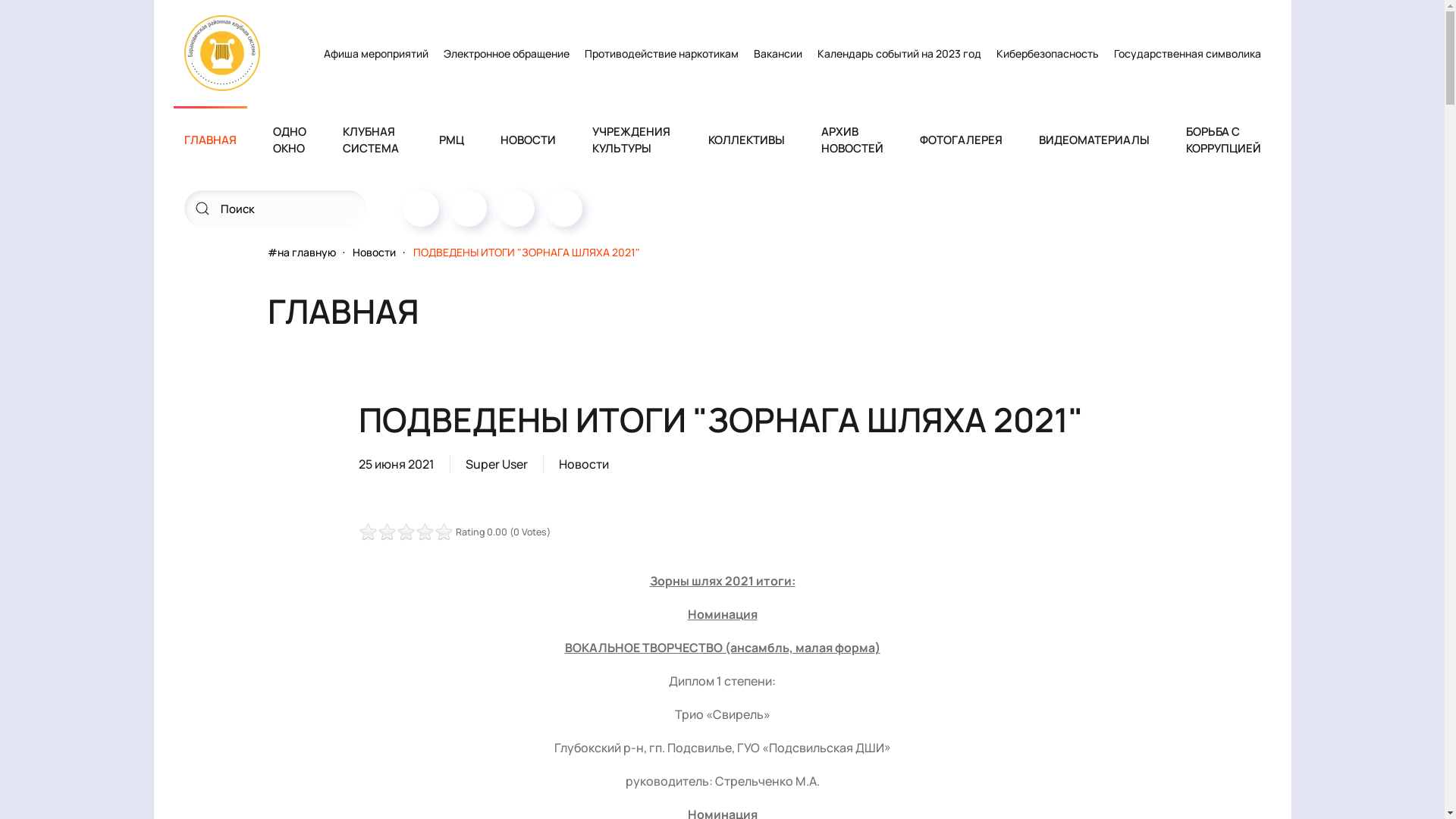 The image size is (1456, 819). I want to click on '1', so click(386, 531).